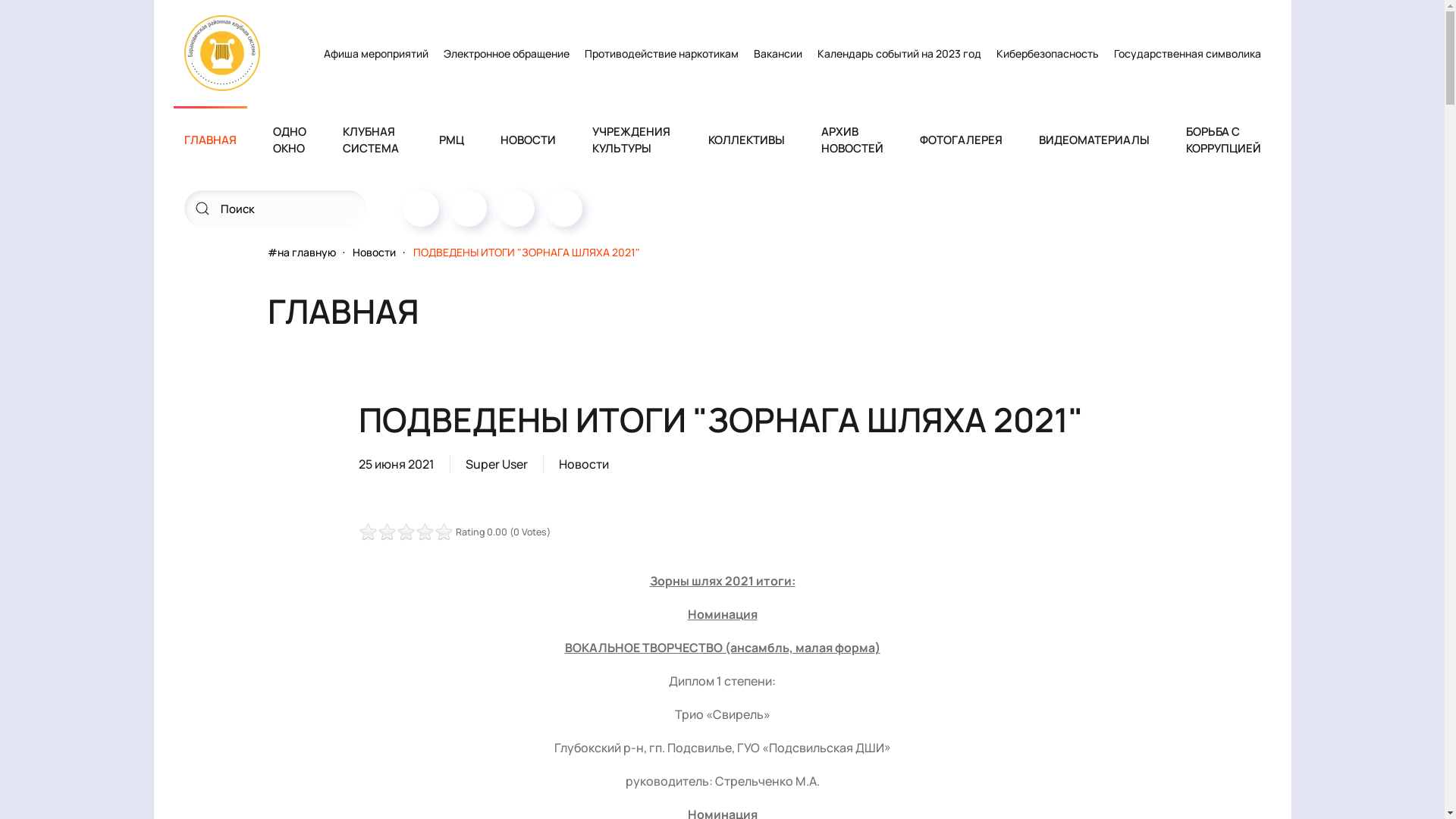 The image size is (1456, 819). I want to click on '1', so click(386, 531).